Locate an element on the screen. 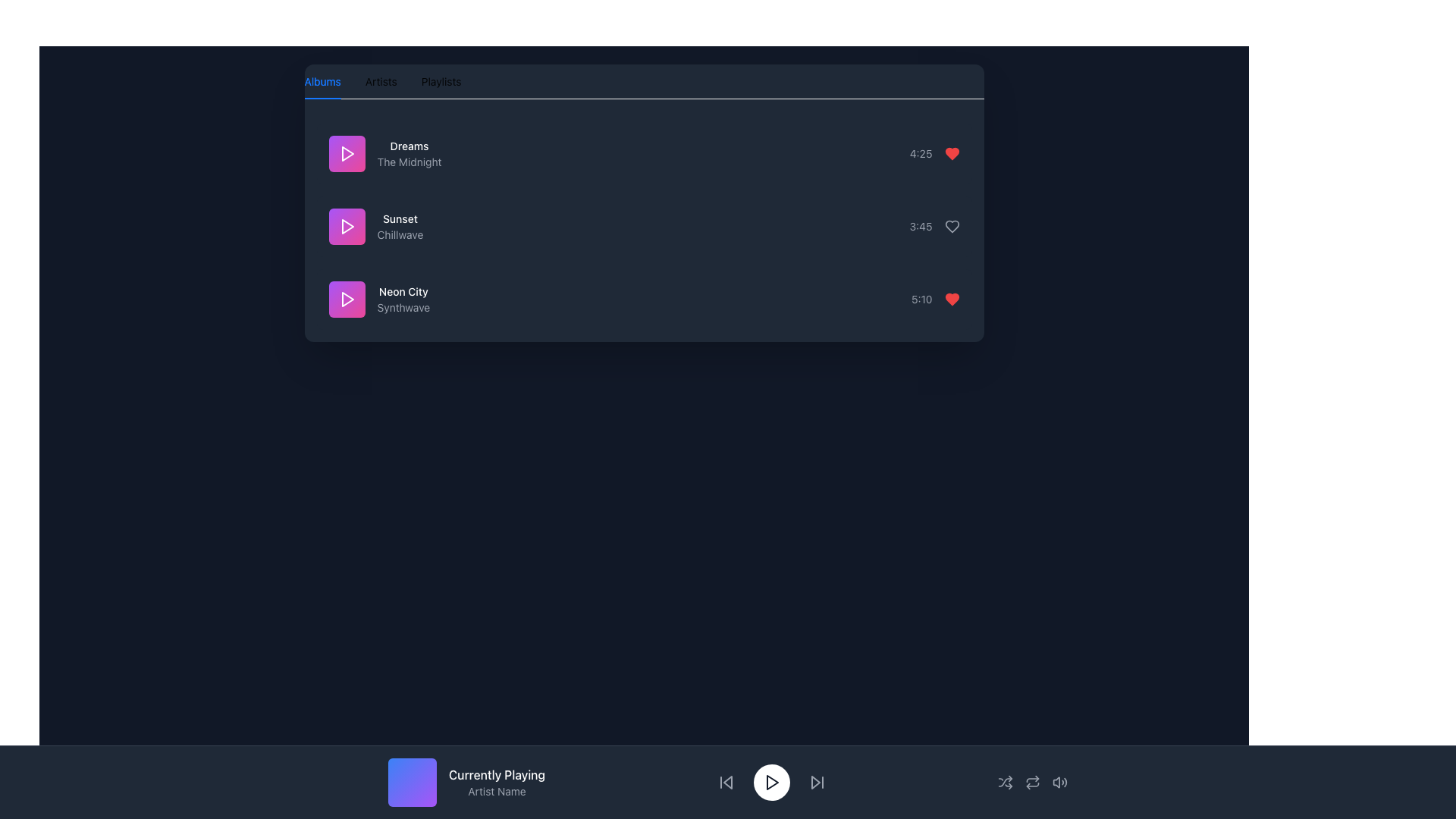  timestamp '3:45' displayed on the right side of the track listing 'Sunset Chillwave', which is positioned directly before a heart icon is located at coordinates (934, 227).